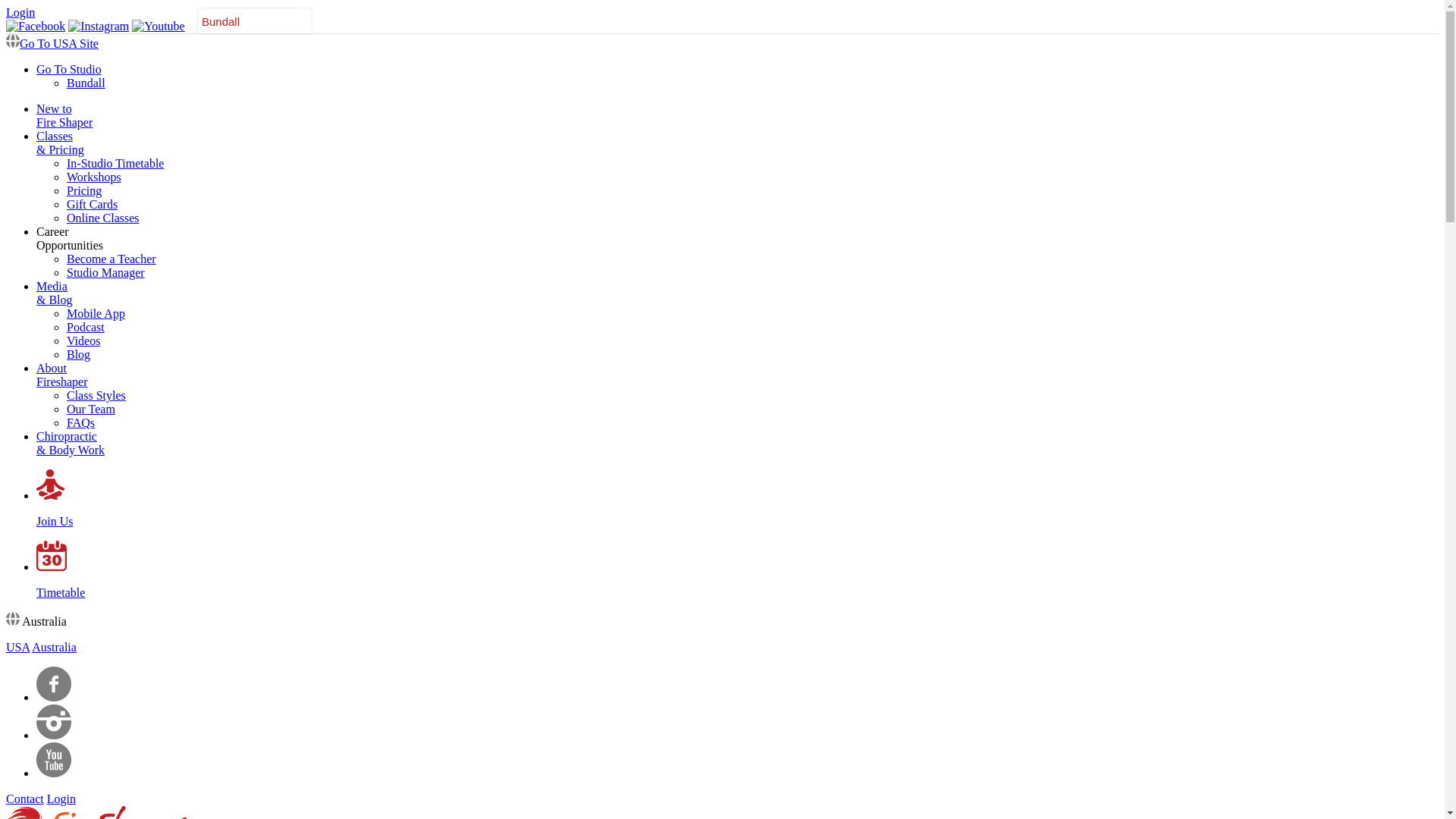 The height and width of the screenshot is (819, 1456). I want to click on 'Classes, so click(36, 143).